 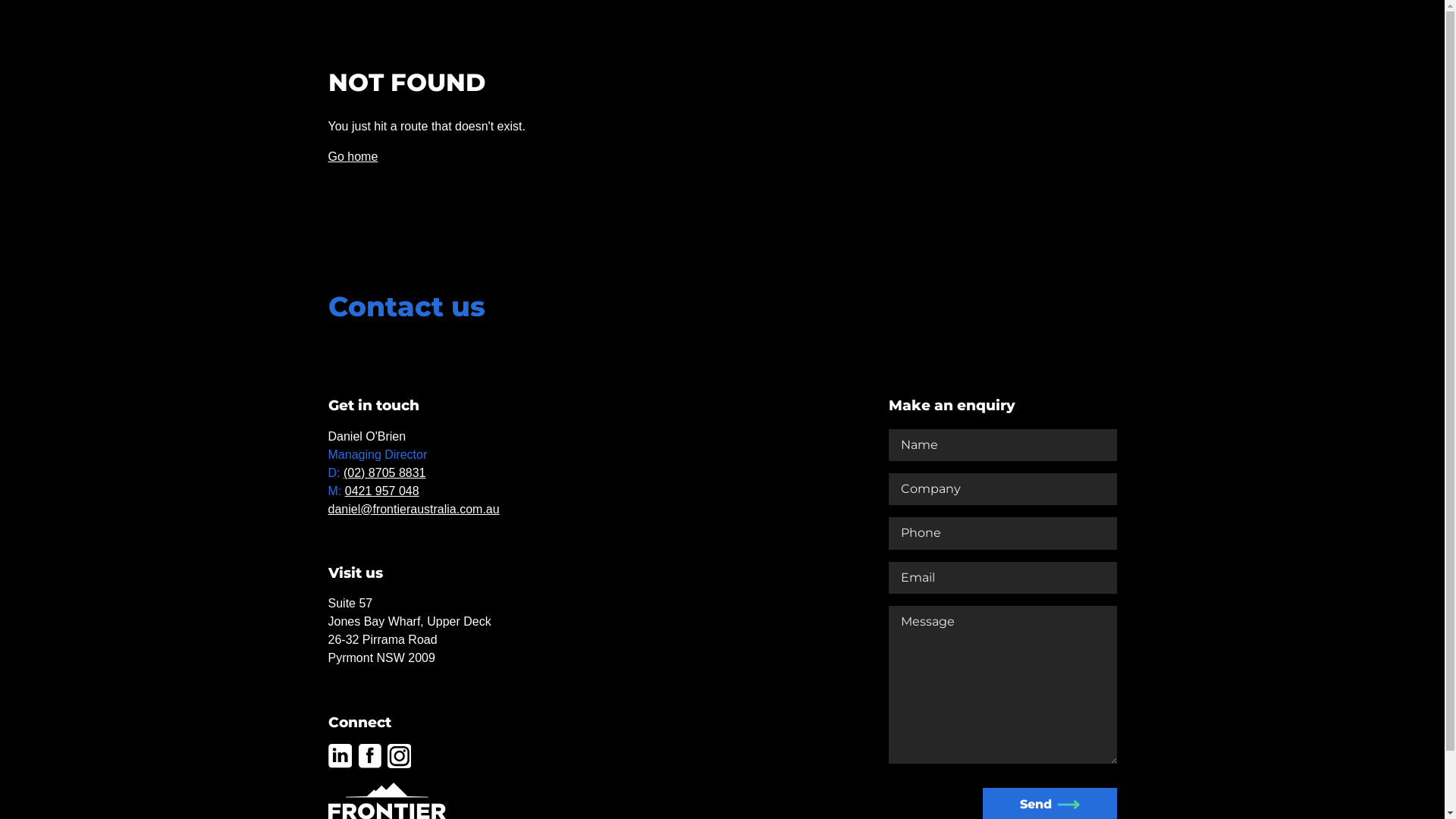 What do you see at coordinates (384, 472) in the screenshot?
I see `'(02) 8705 8831'` at bounding box center [384, 472].